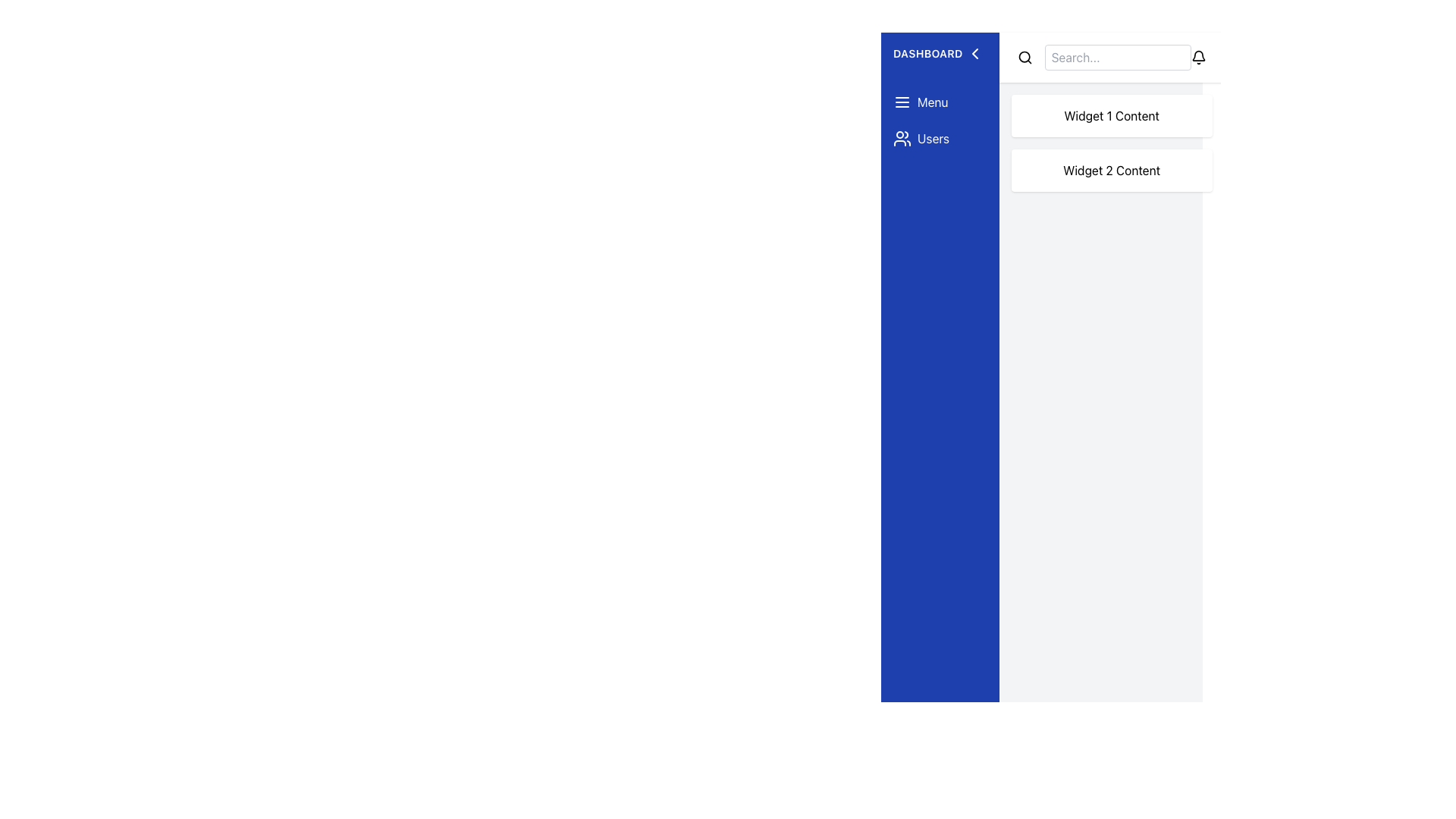  I want to click on the search icon represented by a magnifying glass outline, located at the top right corner of the interface, to the left of the text input field with the placeholder 'Search...', so click(1025, 57).